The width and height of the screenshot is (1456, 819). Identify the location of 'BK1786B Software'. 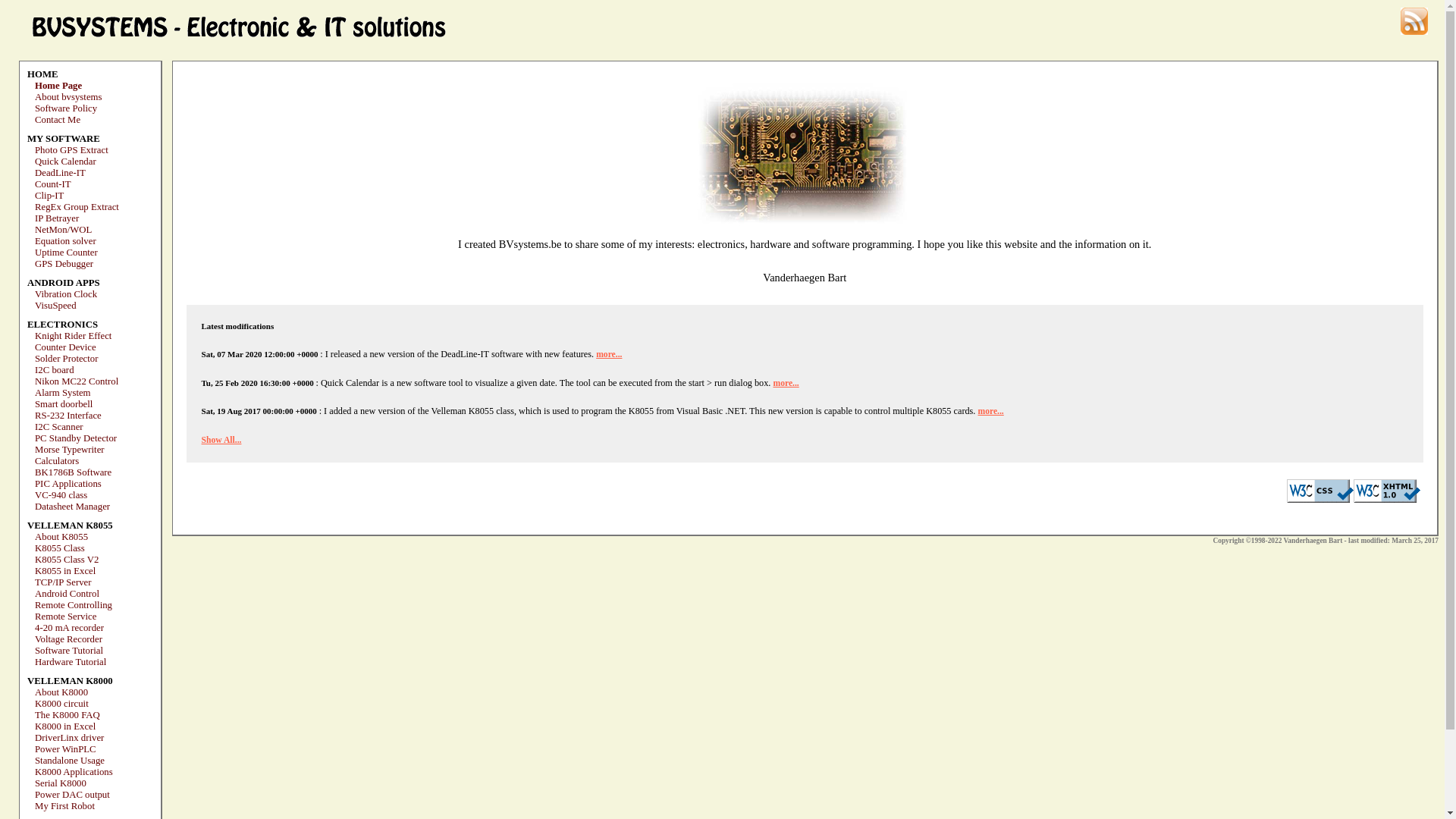
(72, 472).